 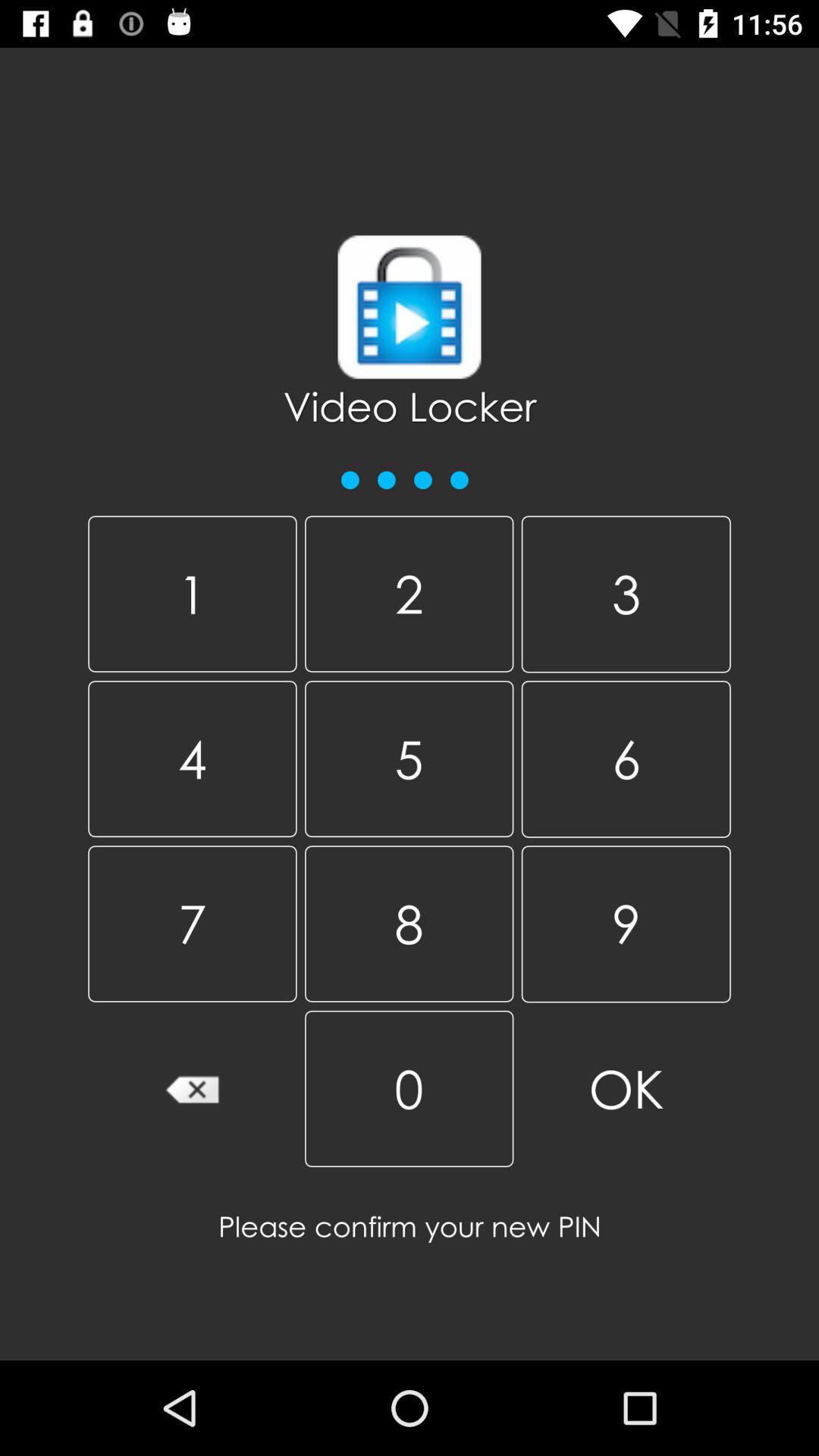 I want to click on item next to the 2 icon, so click(x=626, y=593).